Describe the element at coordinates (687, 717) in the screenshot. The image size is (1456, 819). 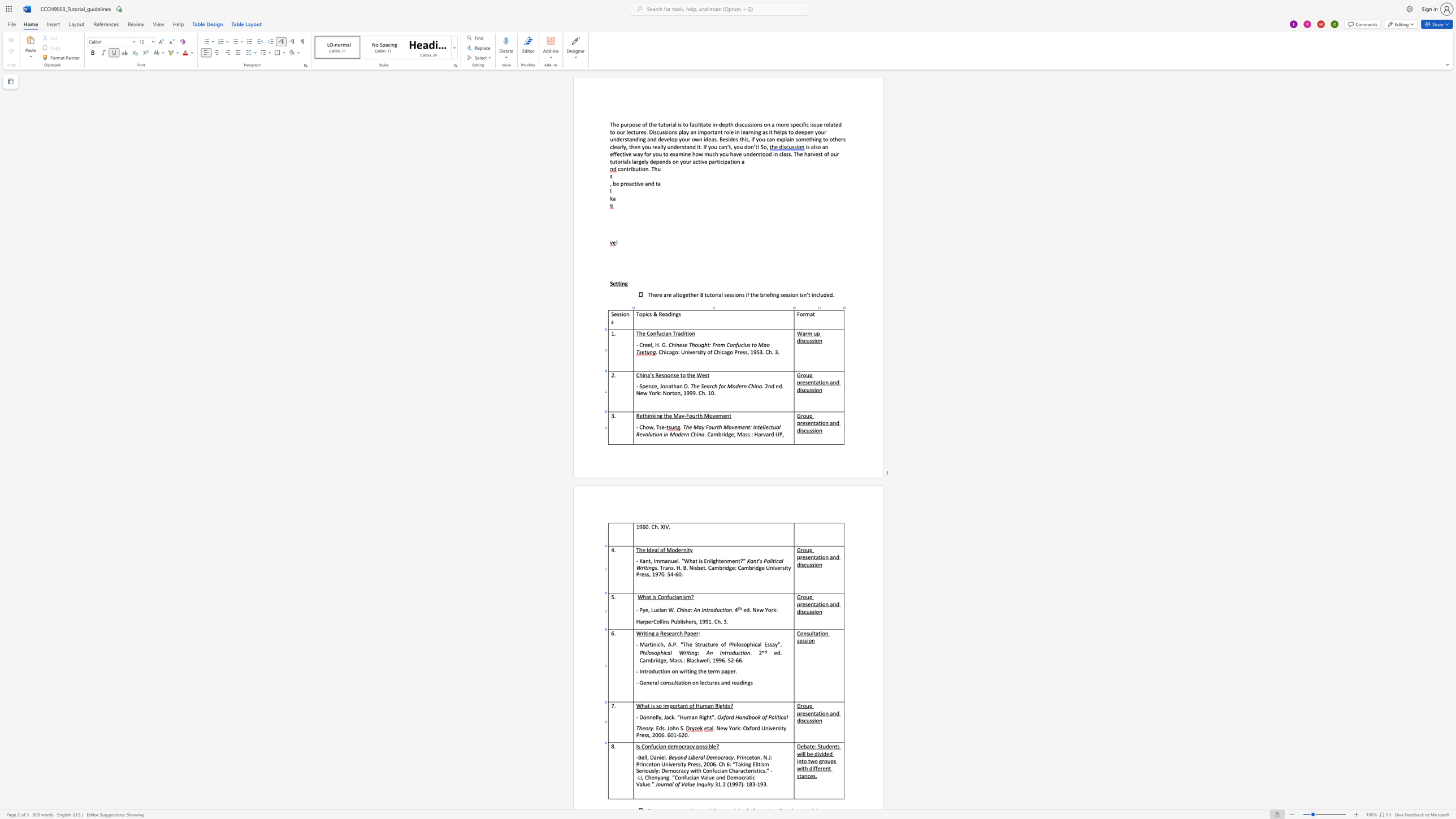
I see `the space between the continuous character "u" and "m" in the text` at that location.